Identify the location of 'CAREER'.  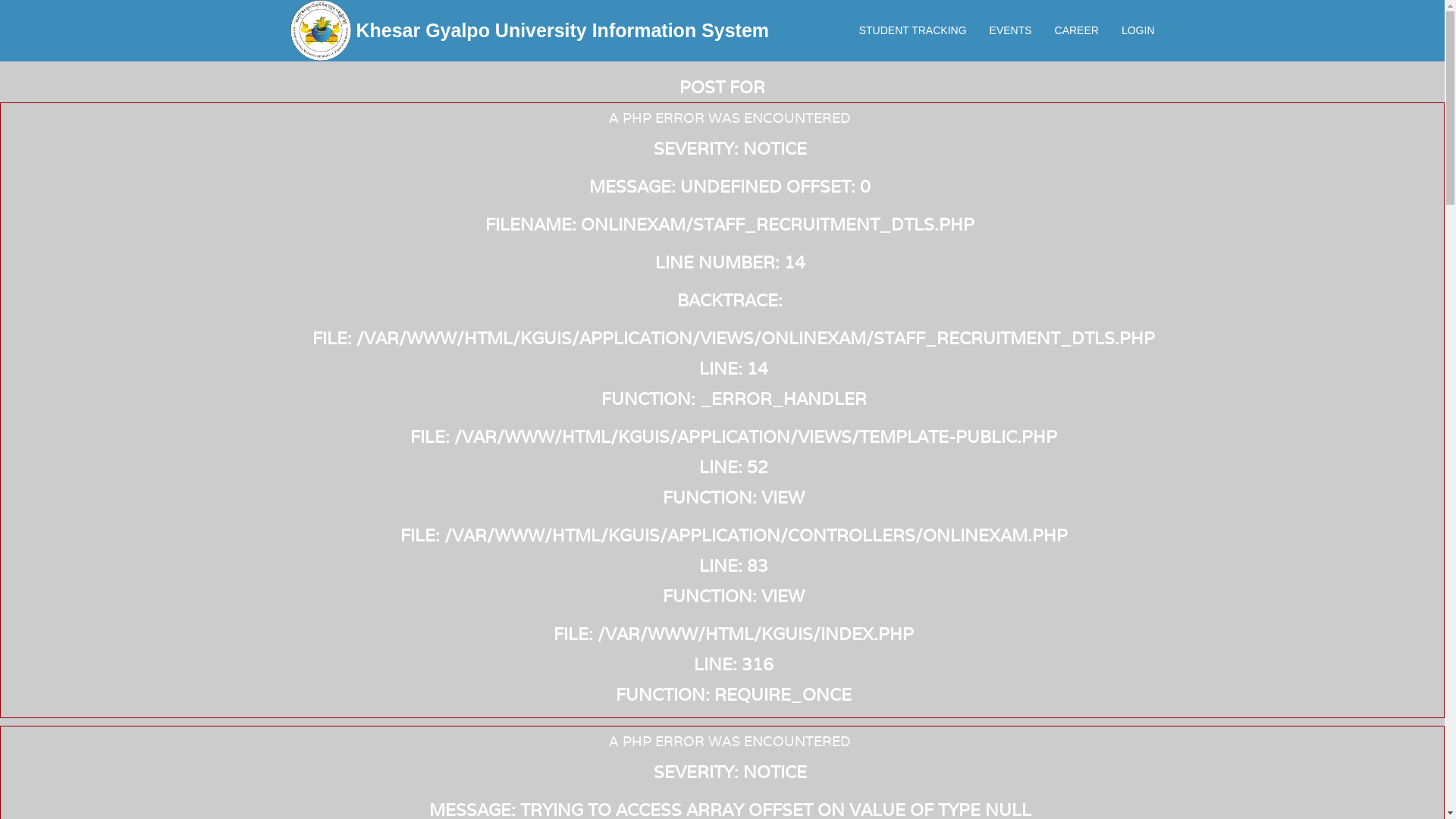
(1076, 30).